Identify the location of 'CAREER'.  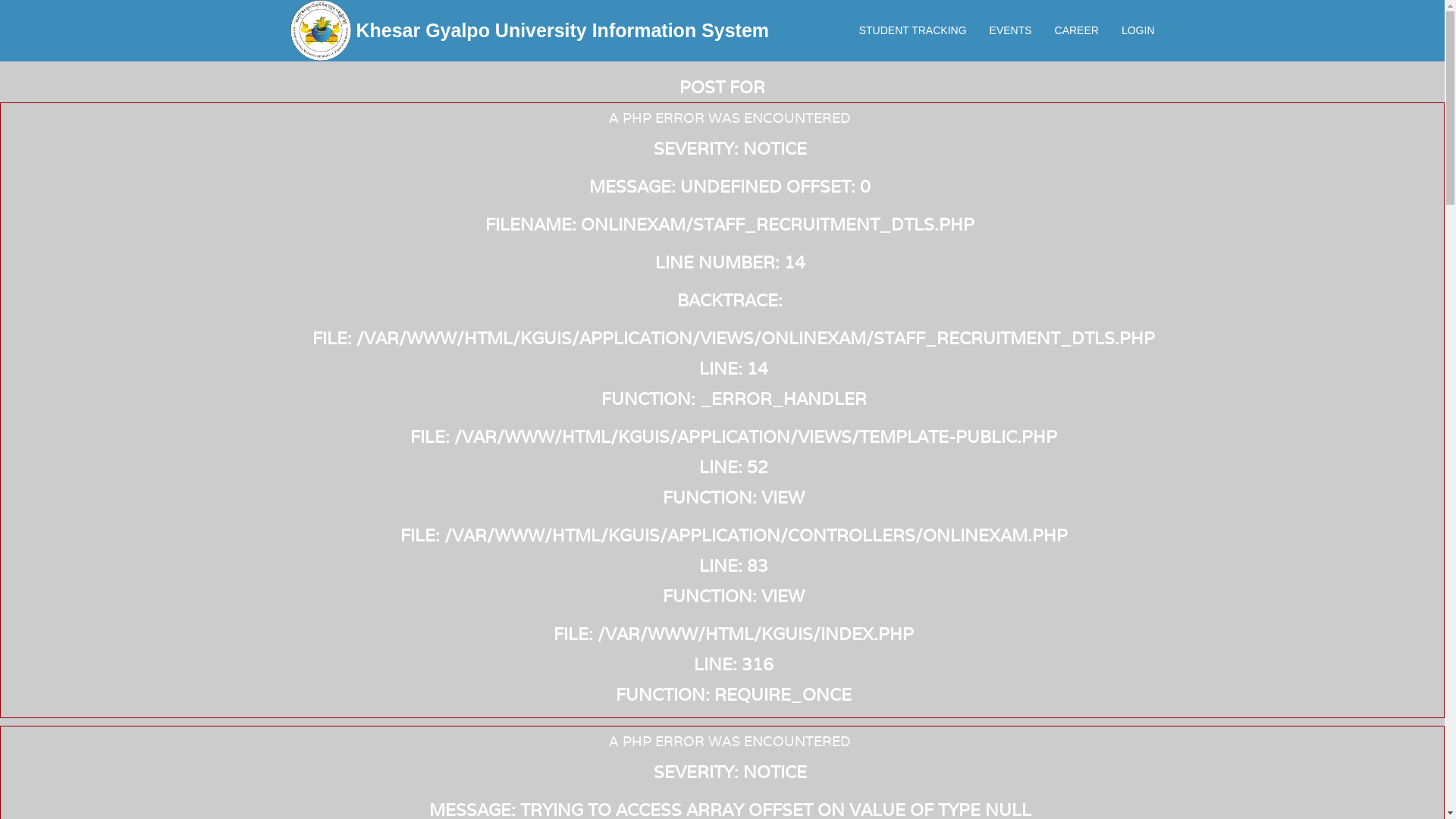
(1076, 30).